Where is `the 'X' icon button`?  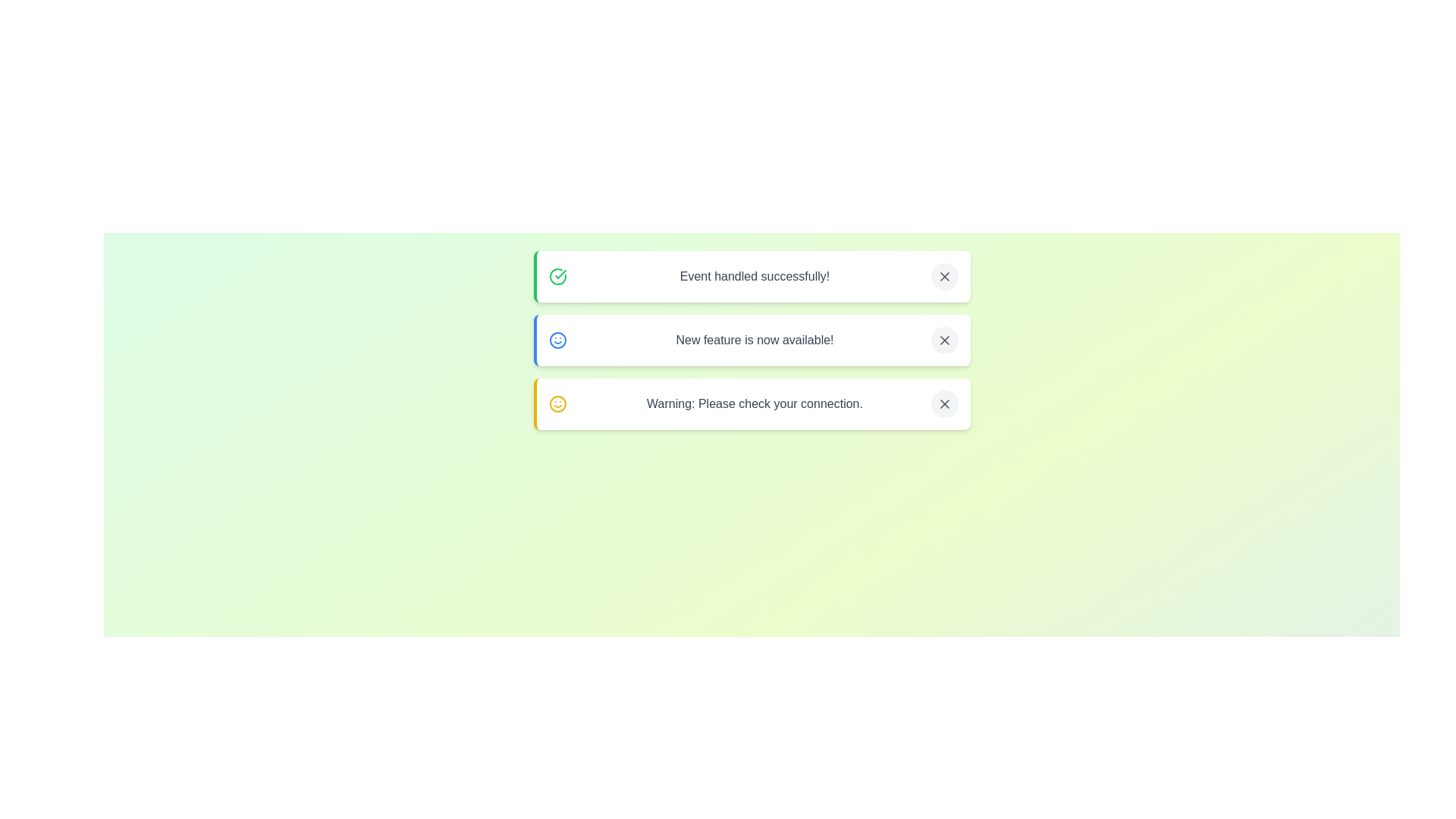 the 'X' icon button is located at coordinates (943, 403).